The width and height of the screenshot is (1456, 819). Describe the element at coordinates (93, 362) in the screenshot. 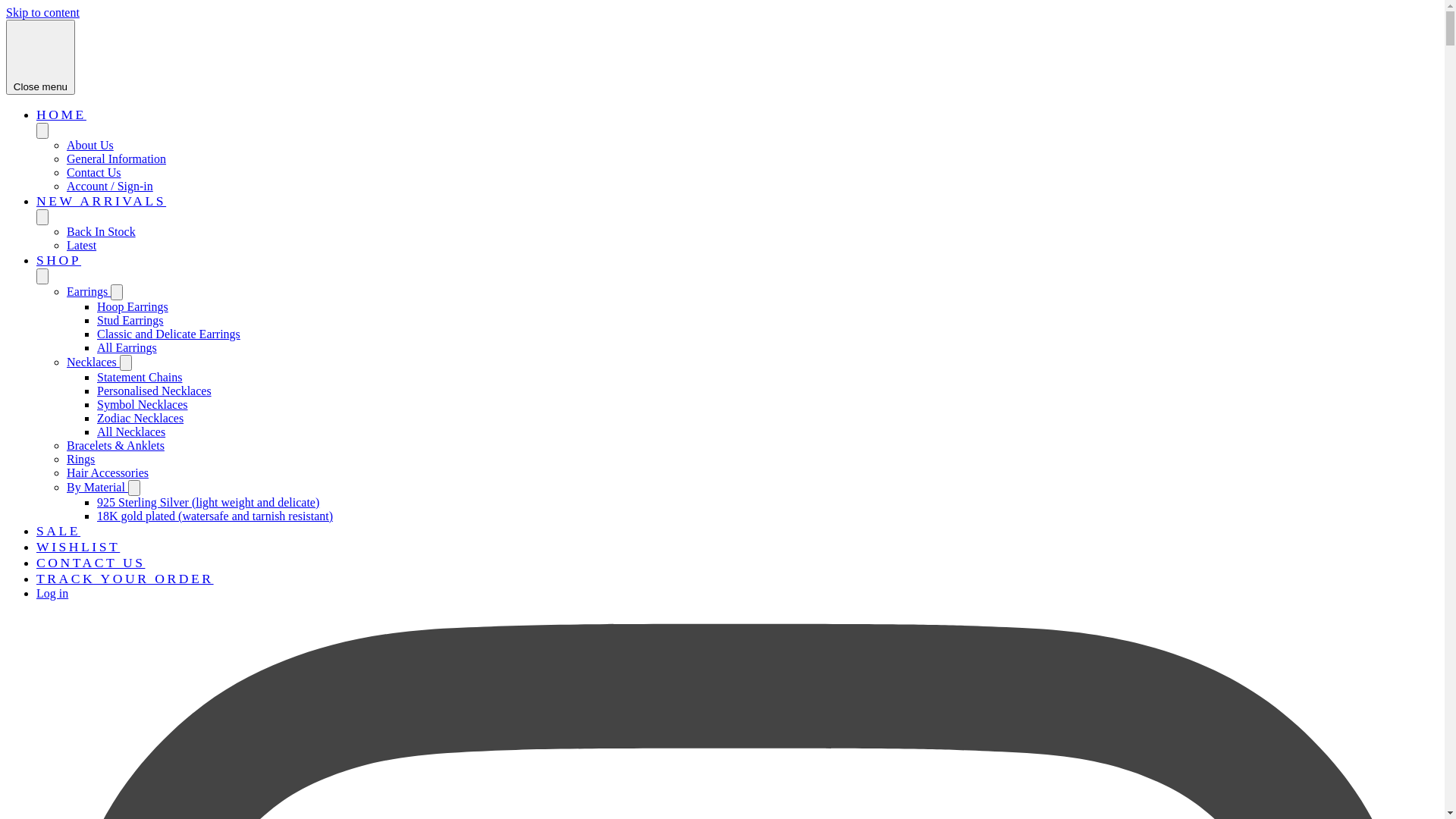

I see `'Necklaces'` at that location.